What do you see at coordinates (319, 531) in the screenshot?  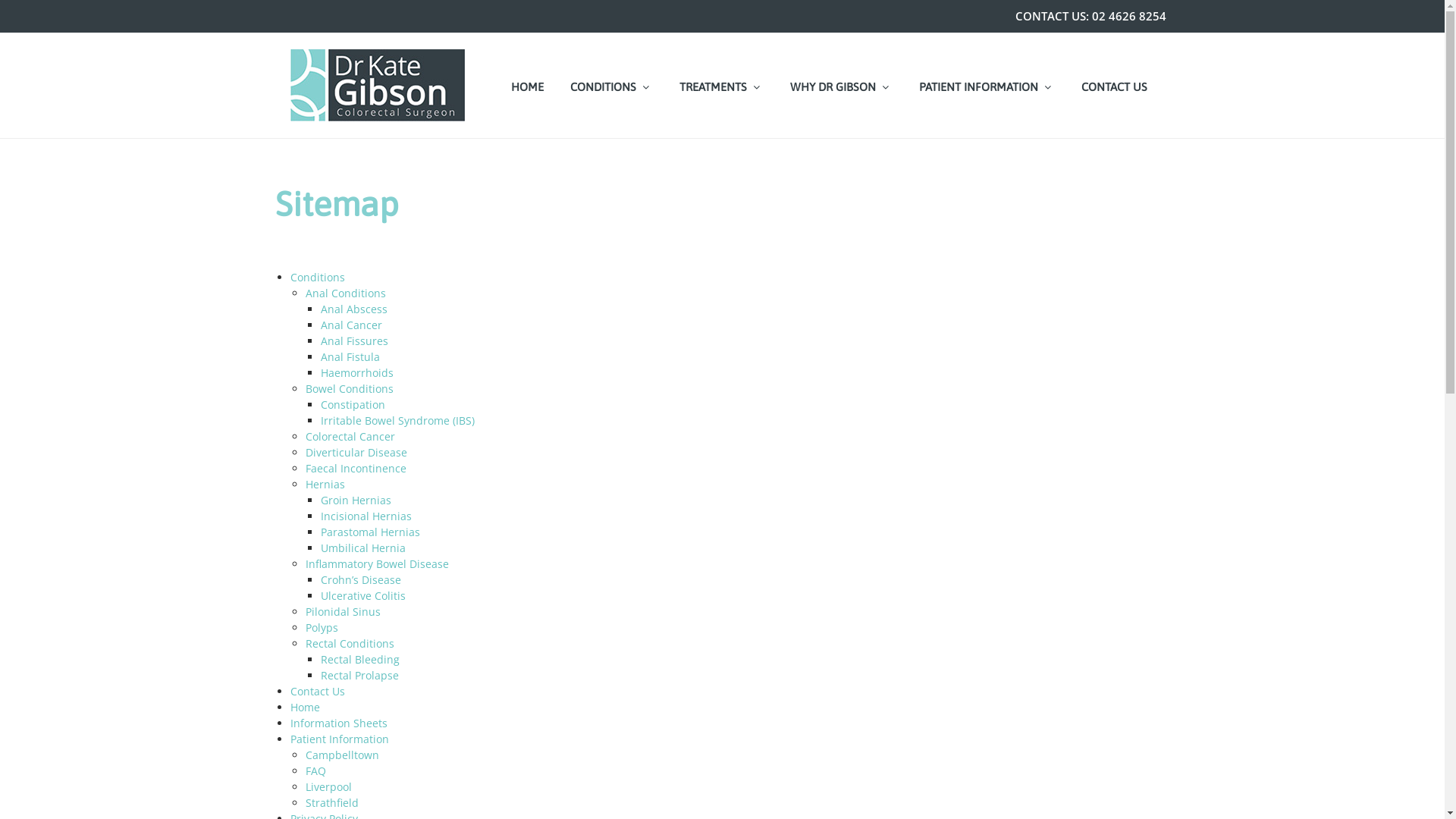 I see `'Parastomal Hernias'` at bounding box center [319, 531].